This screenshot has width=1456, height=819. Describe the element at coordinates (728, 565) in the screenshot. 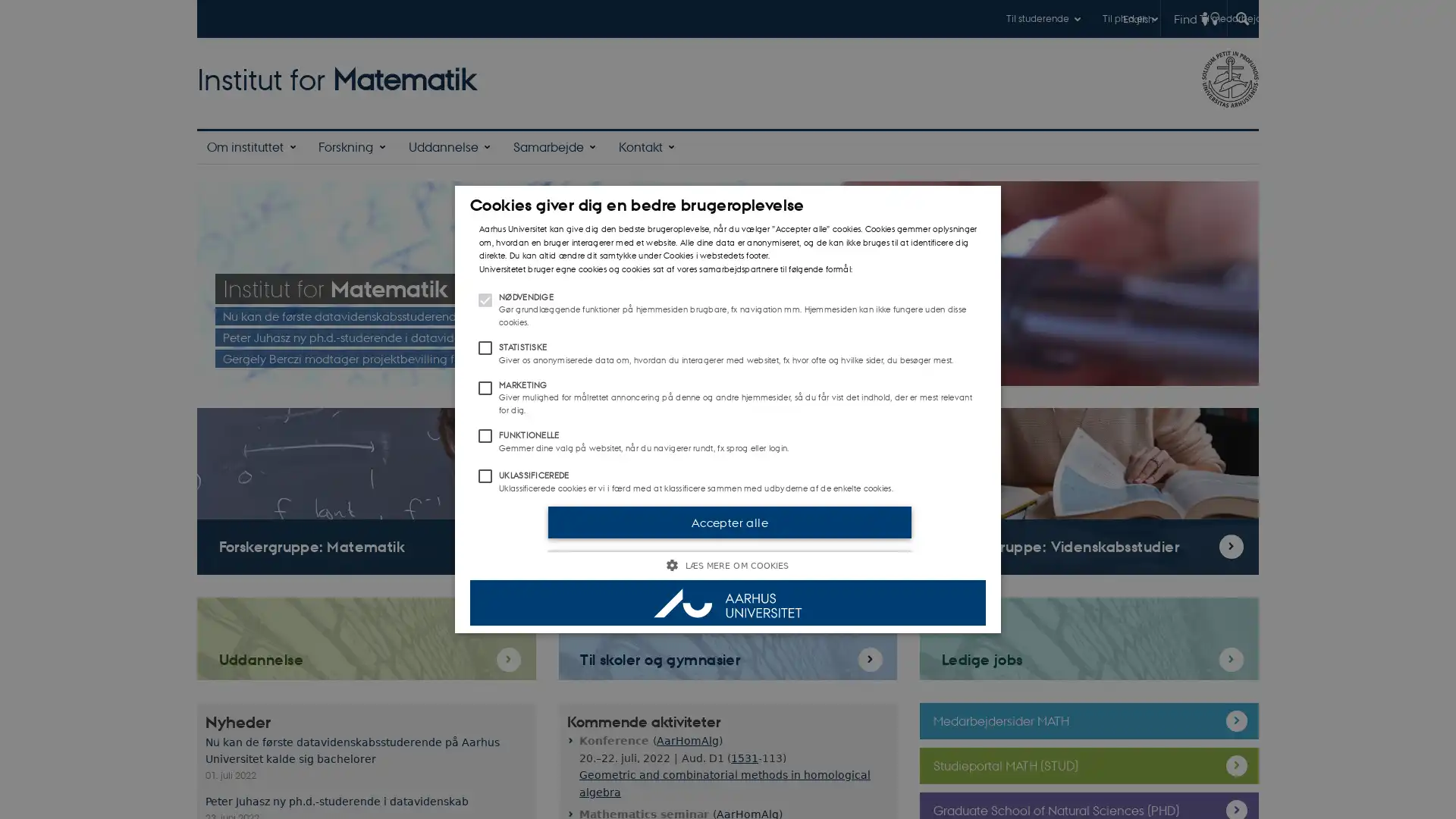

I see `LS MERE OM COOKIES` at that location.